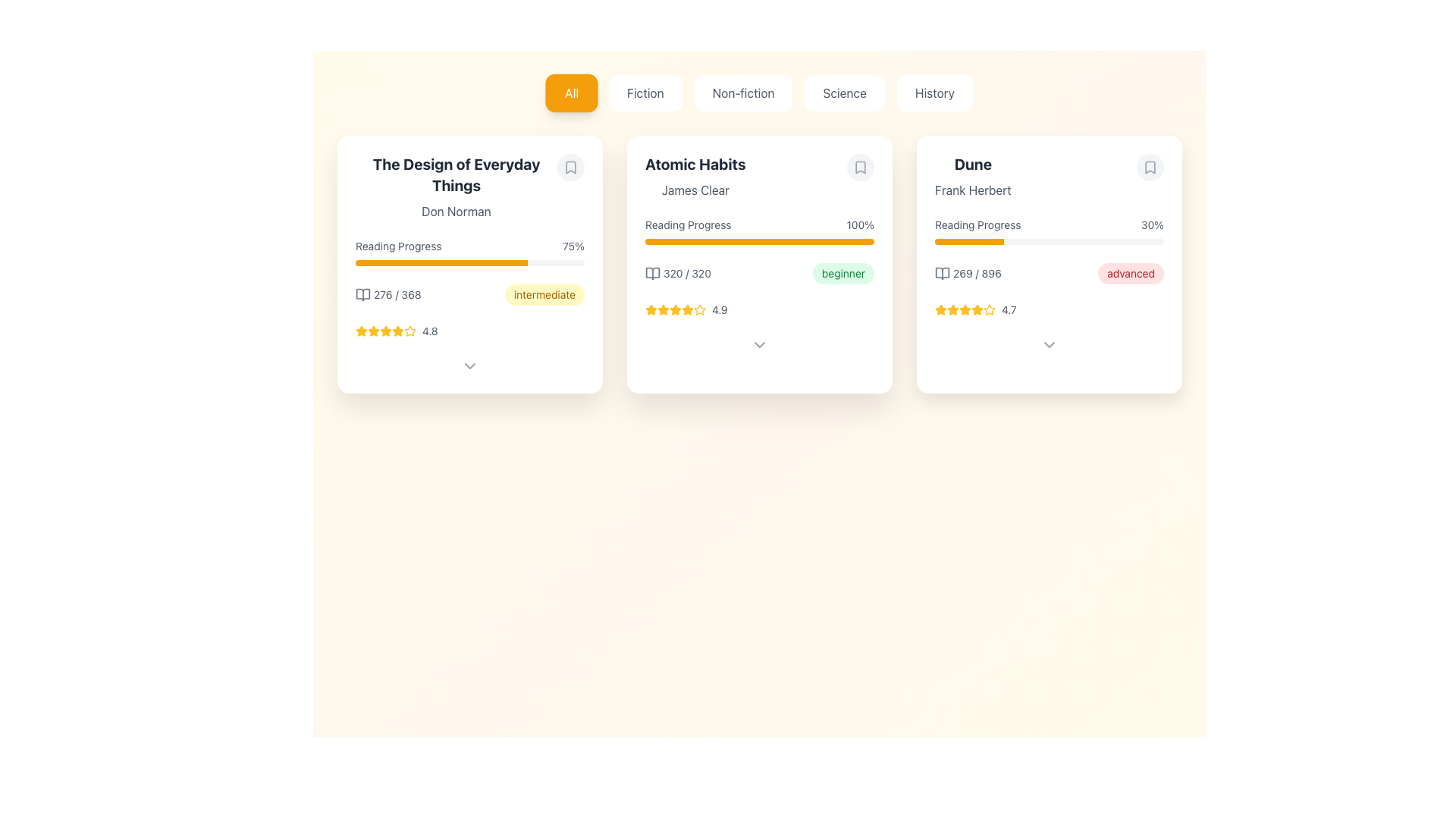 This screenshot has width=1456, height=819. I want to click on the reading progress, so click(948, 241).